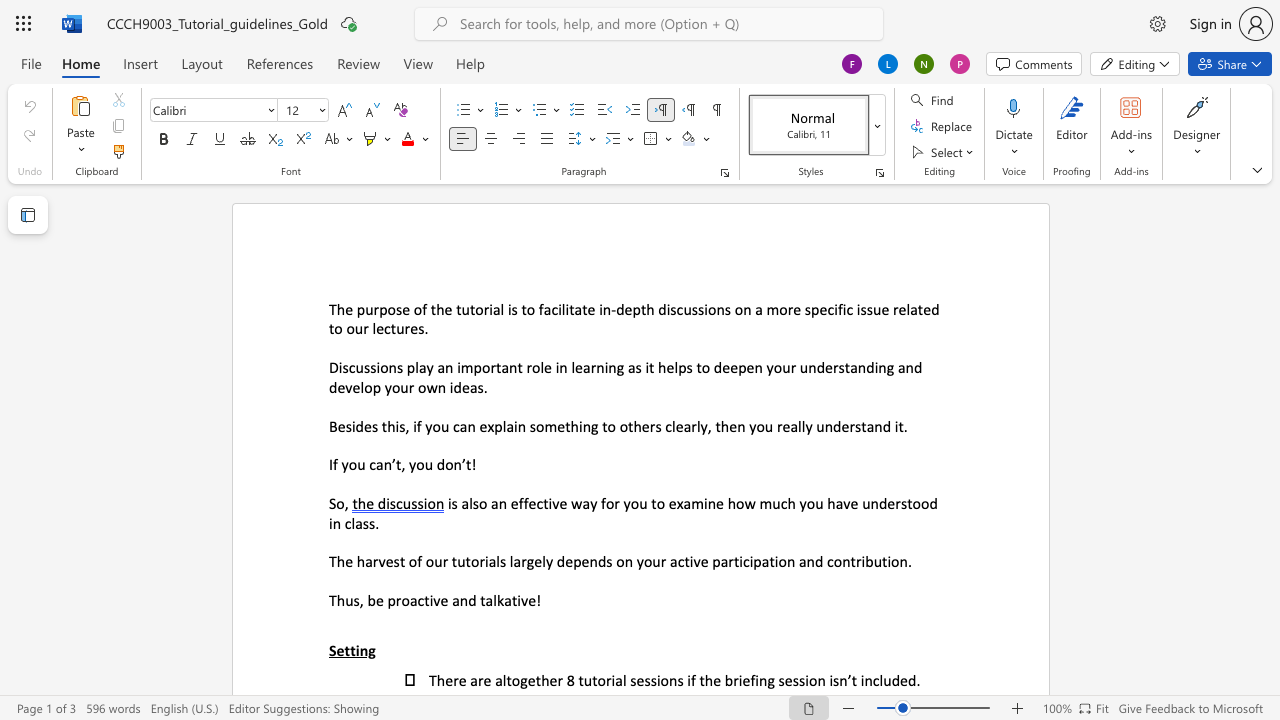 The width and height of the screenshot is (1280, 720). Describe the element at coordinates (399, 561) in the screenshot. I see `the space between the continuous character "s" and "t" in the text` at that location.